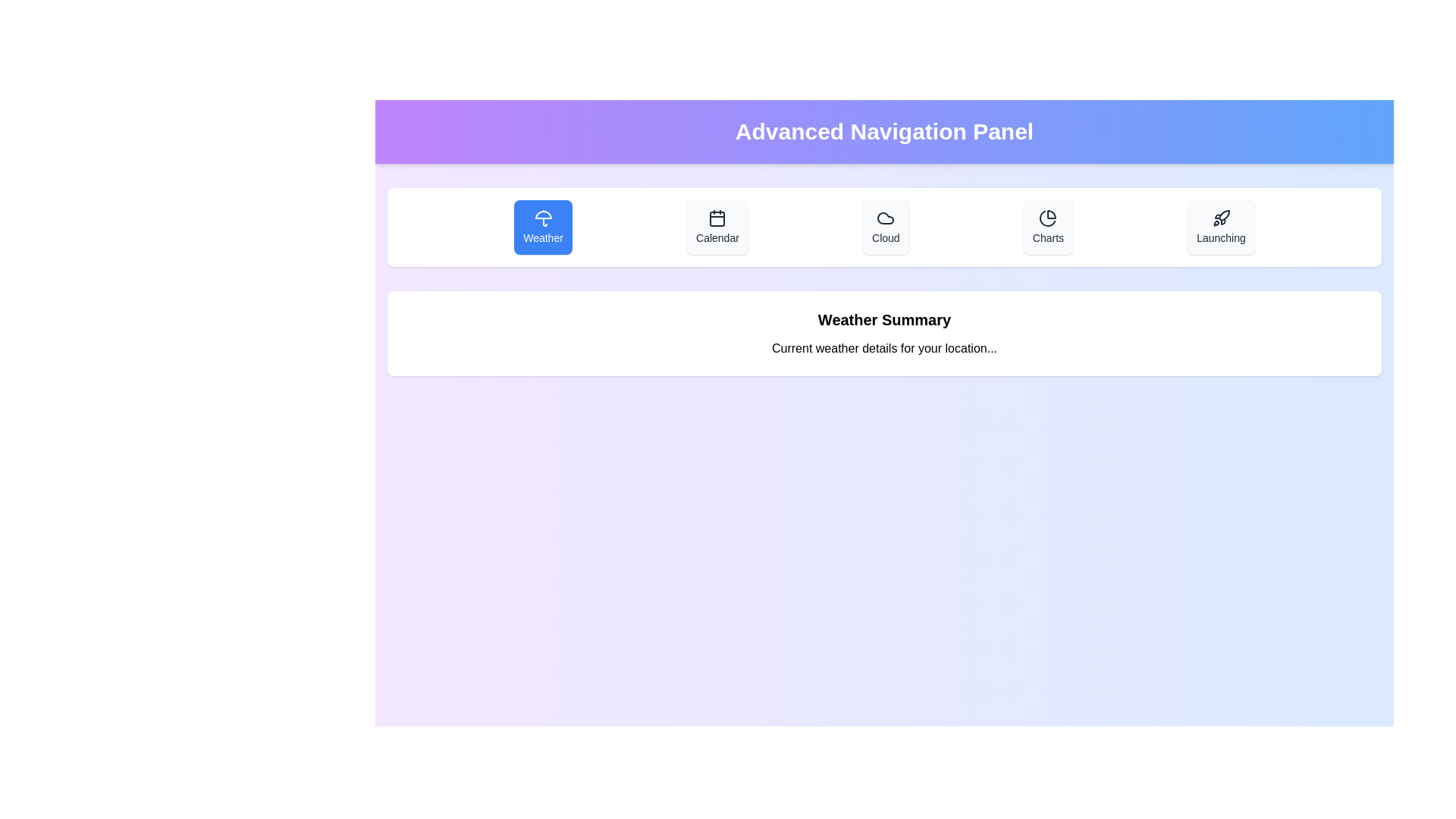 The width and height of the screenshot is (1456, 819). I want to click on the pie chart segment icon located in the 'Charts' button, which is the third button in the navigation bar, so click(1051, 215).